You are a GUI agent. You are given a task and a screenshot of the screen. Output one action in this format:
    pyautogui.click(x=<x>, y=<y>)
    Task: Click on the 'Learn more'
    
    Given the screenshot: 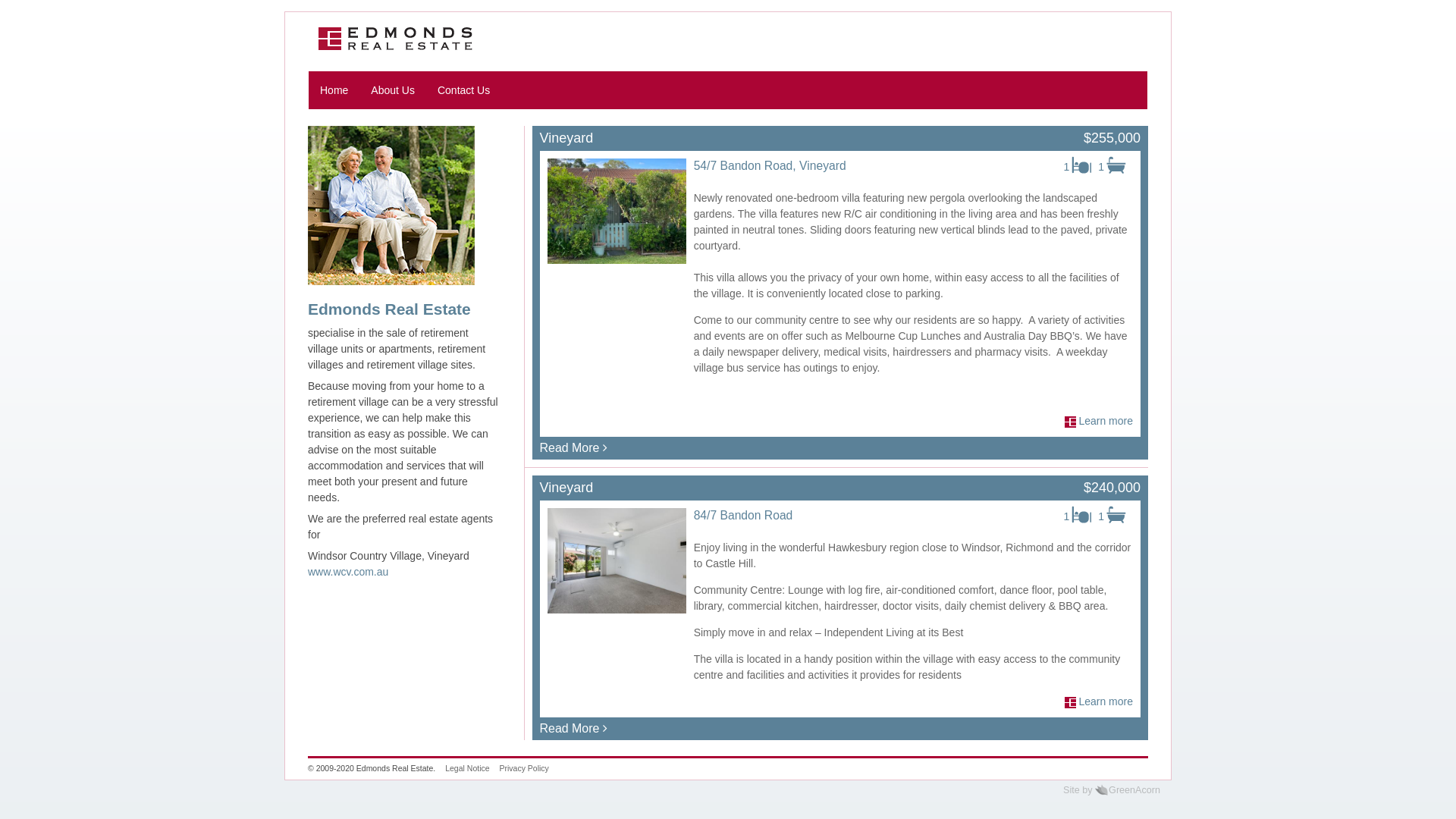 What is the action you would take?
    pyautogui.click(x=1106, y=701)
    